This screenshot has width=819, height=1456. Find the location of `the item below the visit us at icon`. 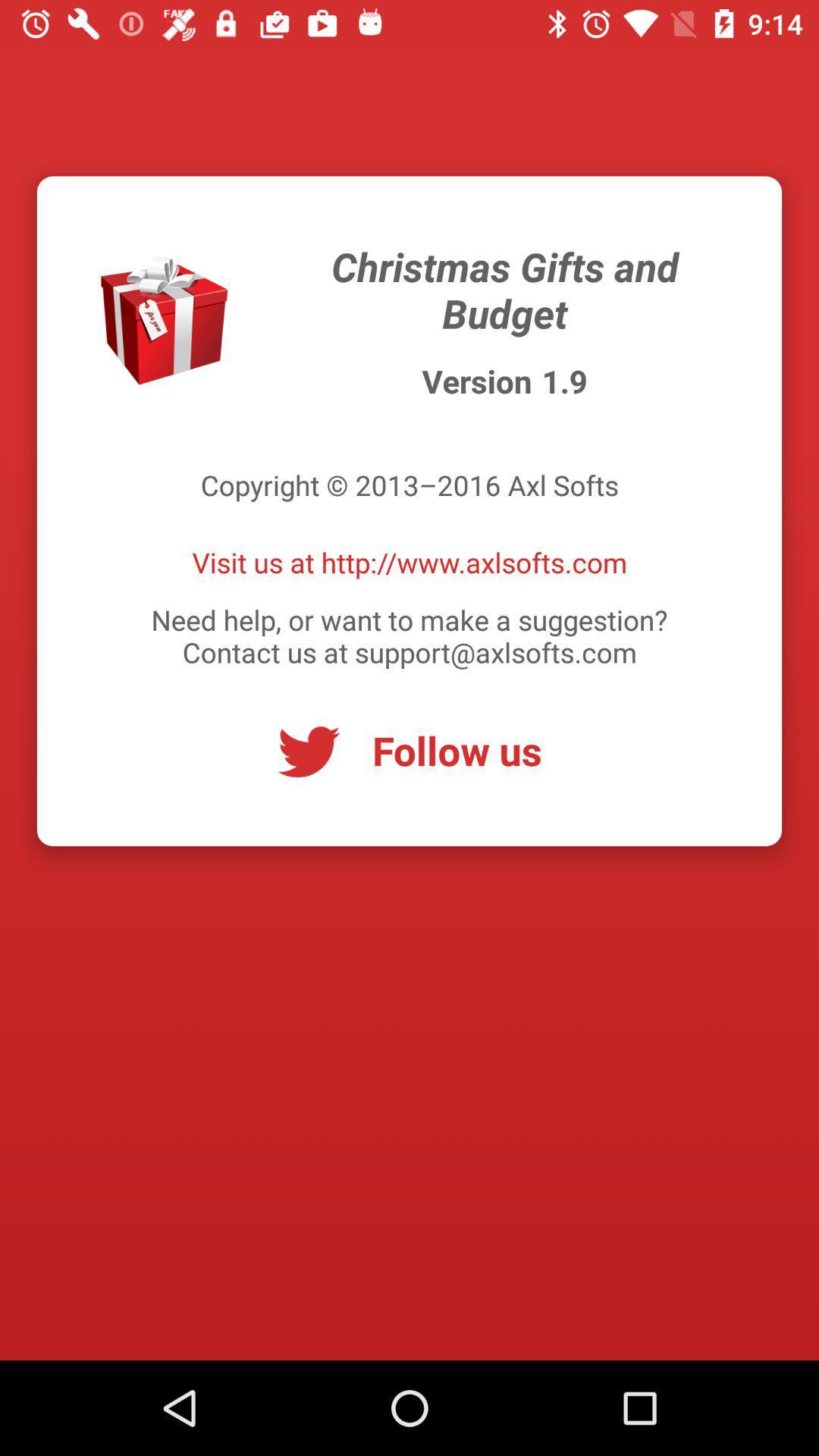

the item below the visit us at icon is located at coordinates (409, 635).